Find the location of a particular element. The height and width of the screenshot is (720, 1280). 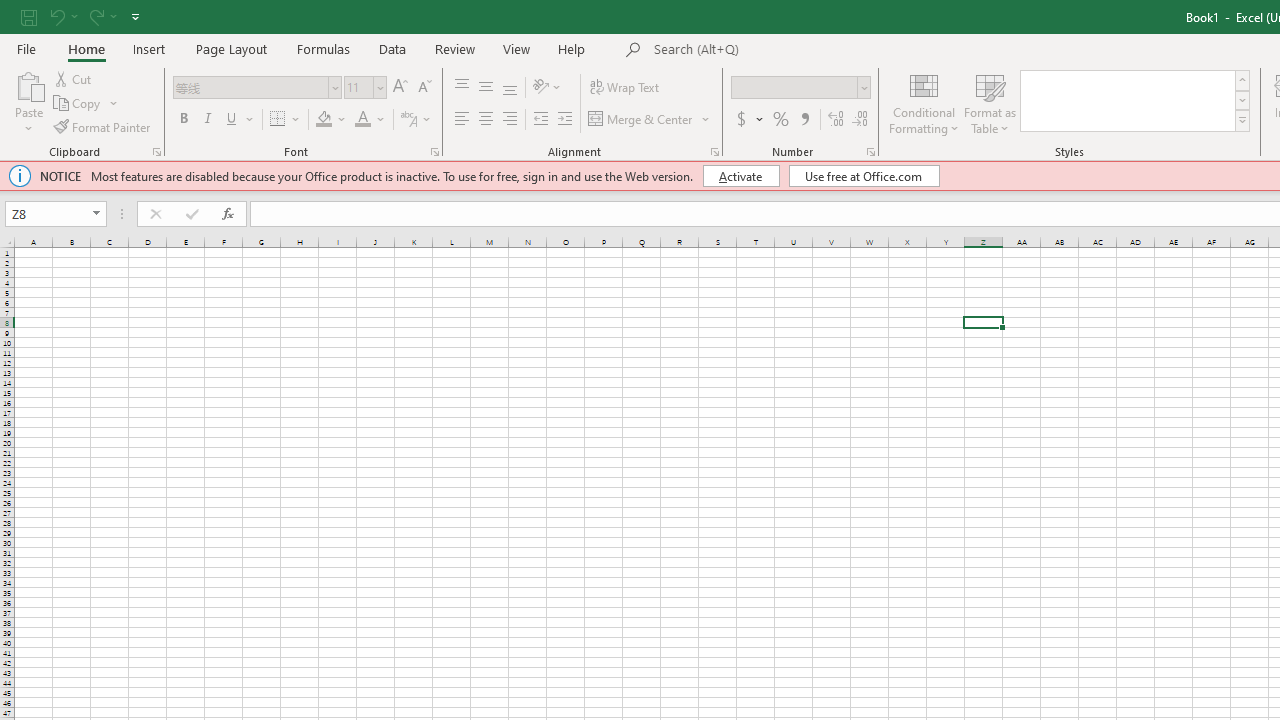

'Name Box' is located at coordinates (47, 214).